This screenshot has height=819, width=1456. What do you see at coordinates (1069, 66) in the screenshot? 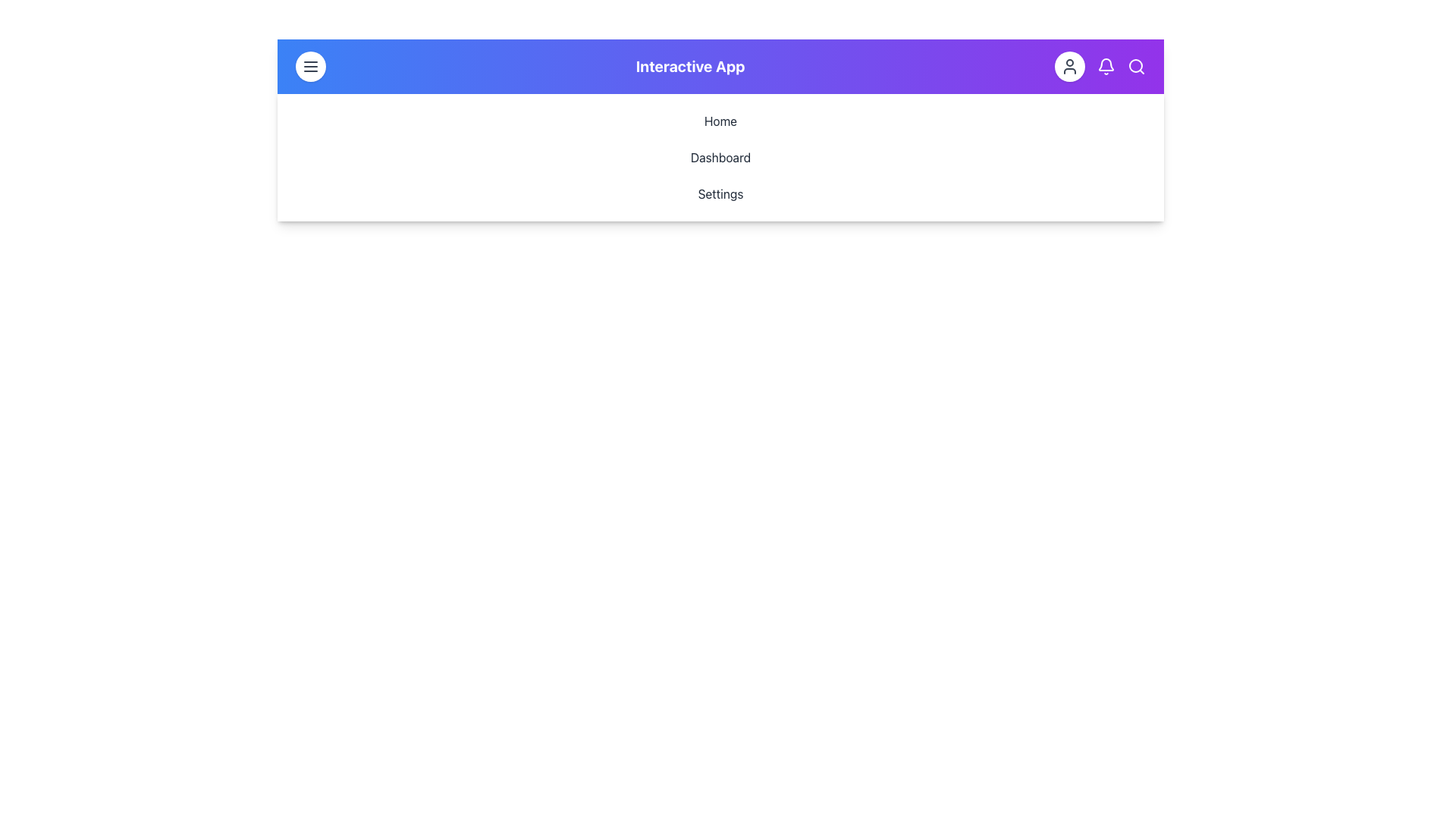
I see `the user profile icon located in the top right corner of the navigation bar` at bounding box center [1069, 66].